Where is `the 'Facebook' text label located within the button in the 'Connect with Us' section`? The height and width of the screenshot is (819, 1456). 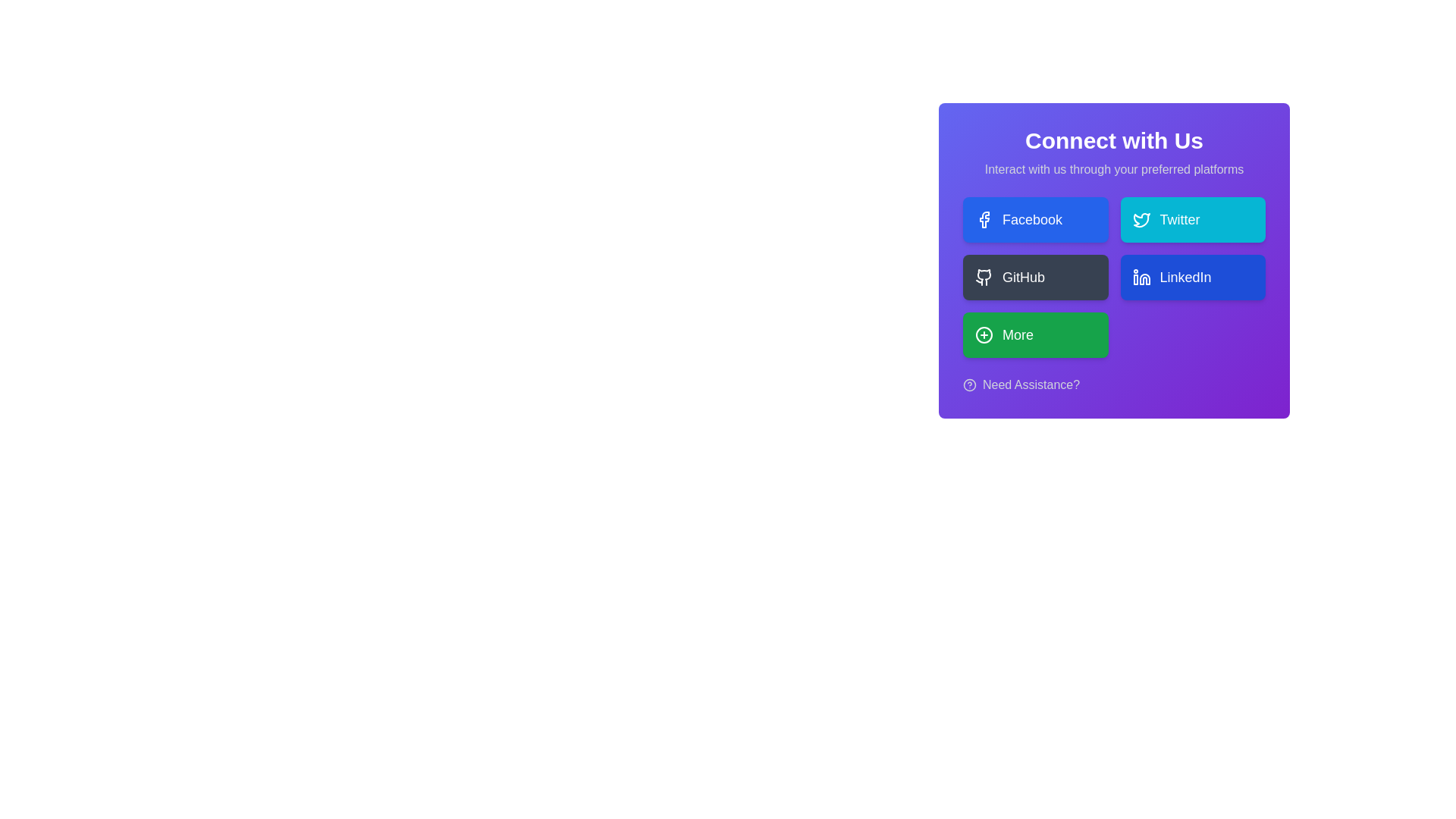 the 'Facebook' text label located within the button in the 'Connect with Us' section is located at coordinates (1031, 219).